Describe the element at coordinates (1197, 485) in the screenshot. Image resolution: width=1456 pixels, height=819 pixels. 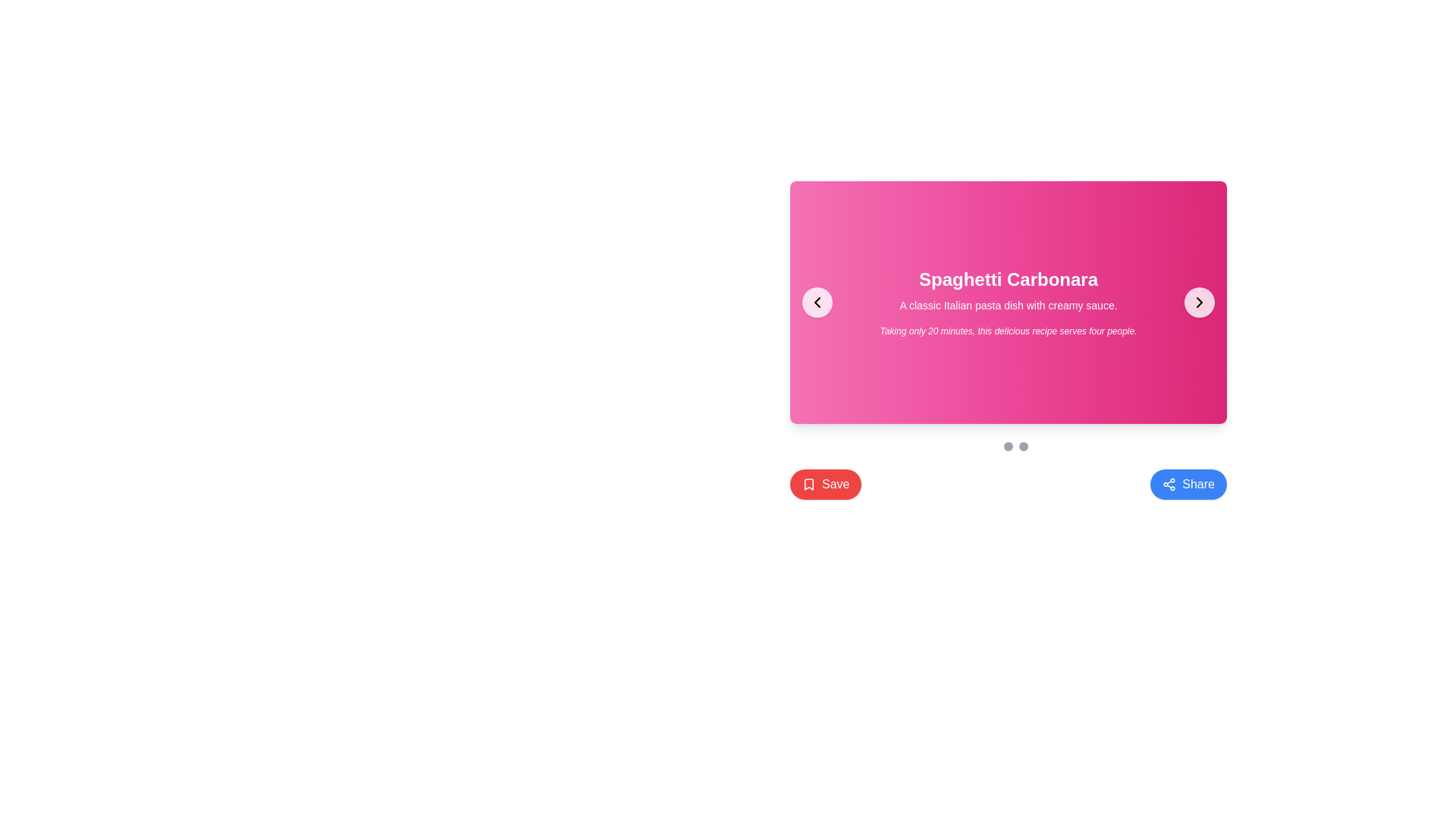
I see `the 'Share' text label located at the bottom right of the interface within a rounded blue button` at that location.